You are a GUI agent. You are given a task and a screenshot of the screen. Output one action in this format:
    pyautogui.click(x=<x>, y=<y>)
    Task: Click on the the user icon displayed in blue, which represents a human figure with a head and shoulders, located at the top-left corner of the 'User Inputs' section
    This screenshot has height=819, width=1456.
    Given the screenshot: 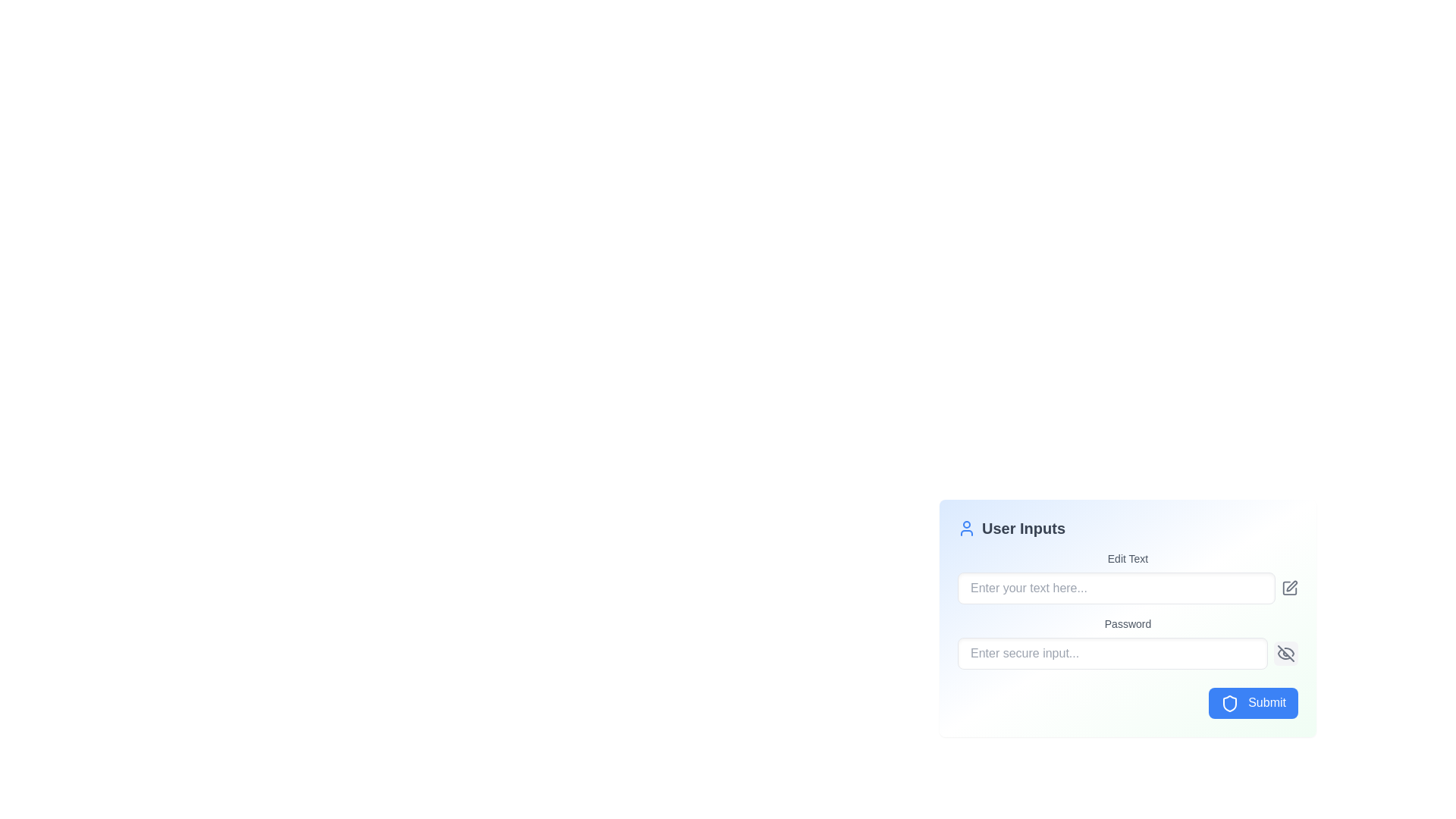 What is the action you would take?
    pyautogui.click(x=966, y=528)
    